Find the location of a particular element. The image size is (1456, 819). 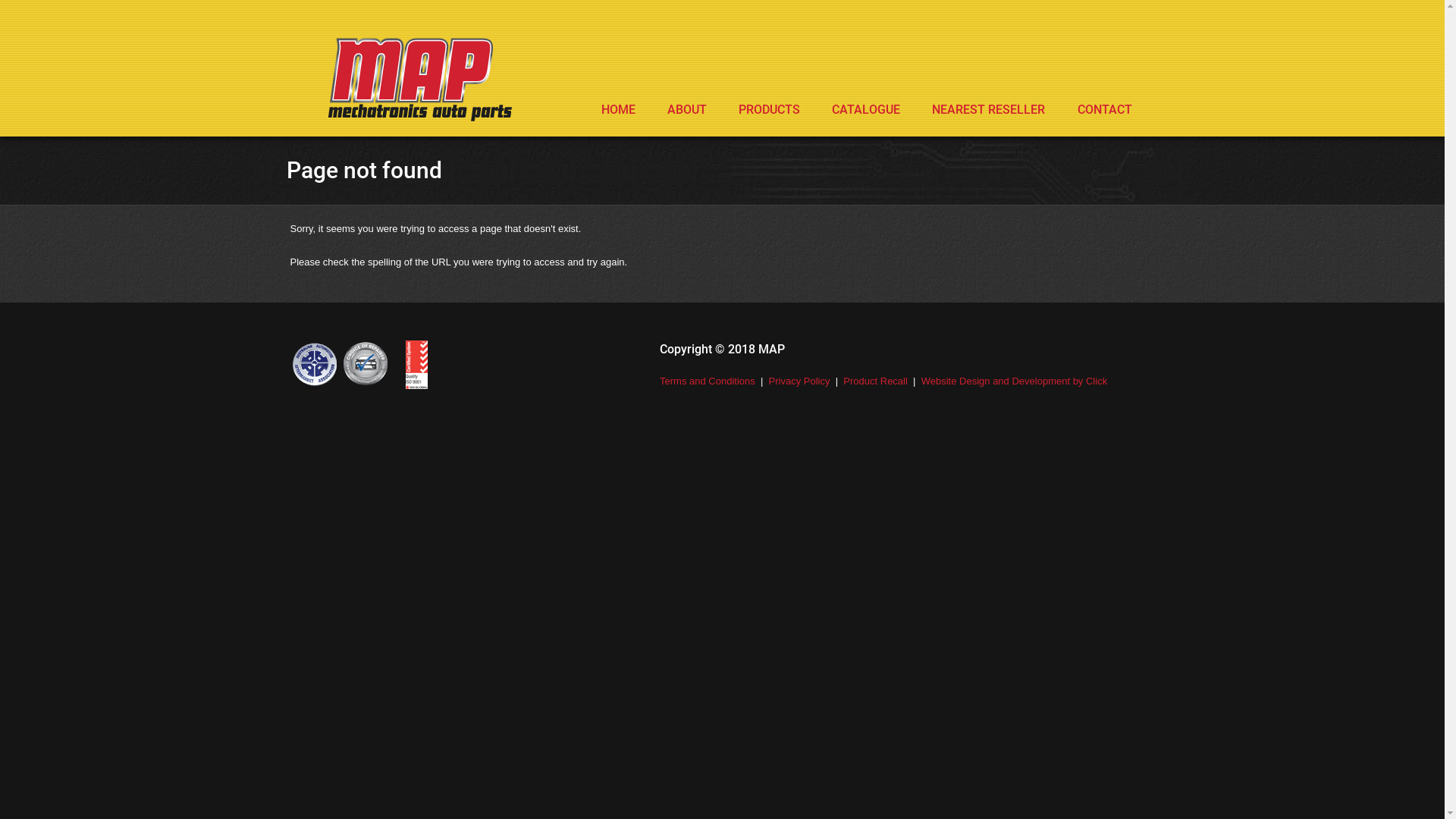

'Choice of Repairer' is located at coordinates (365, 365).